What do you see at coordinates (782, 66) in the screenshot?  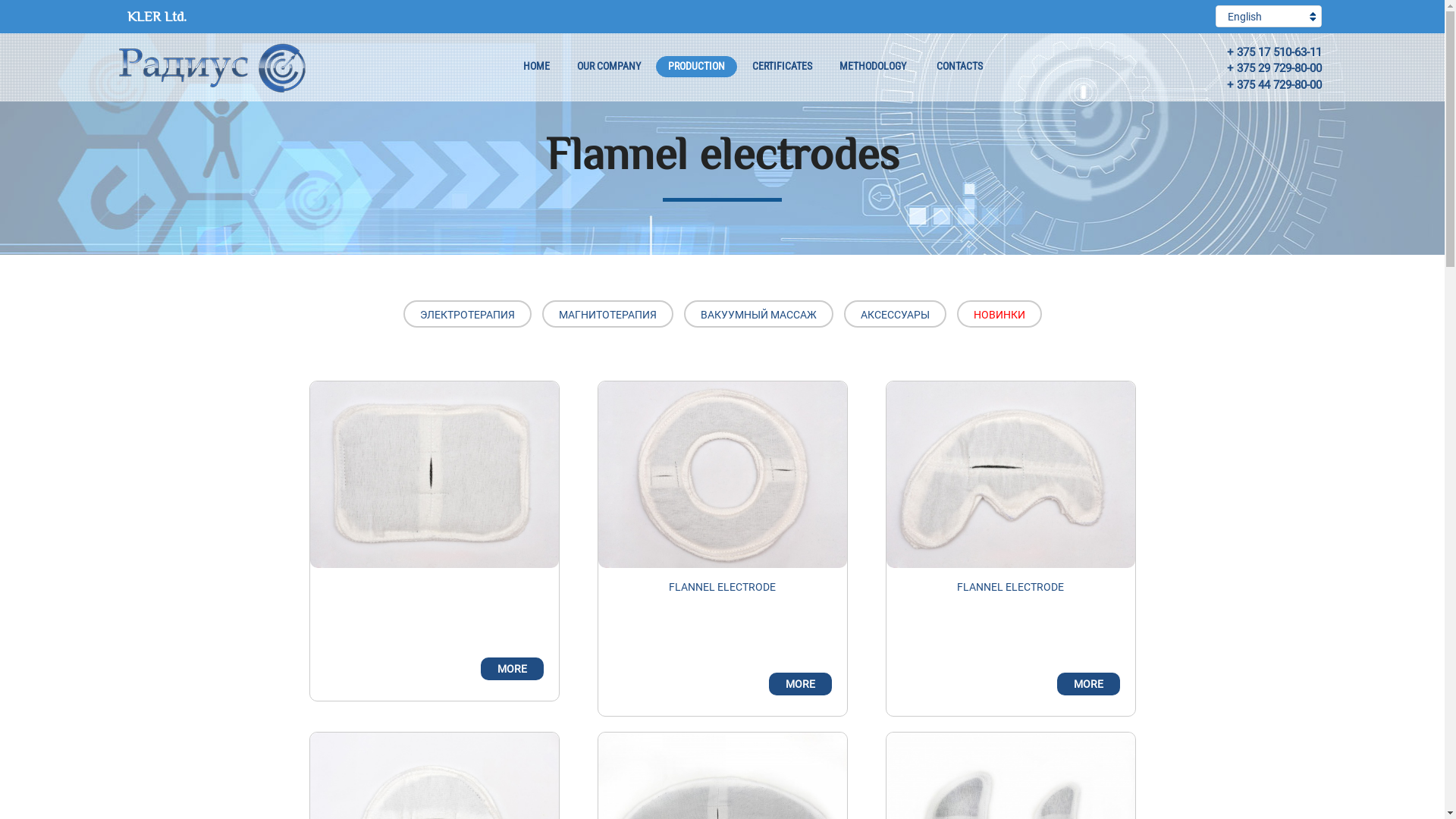 I see `'CERTIFICATES'` at bounding box center [782, 66].